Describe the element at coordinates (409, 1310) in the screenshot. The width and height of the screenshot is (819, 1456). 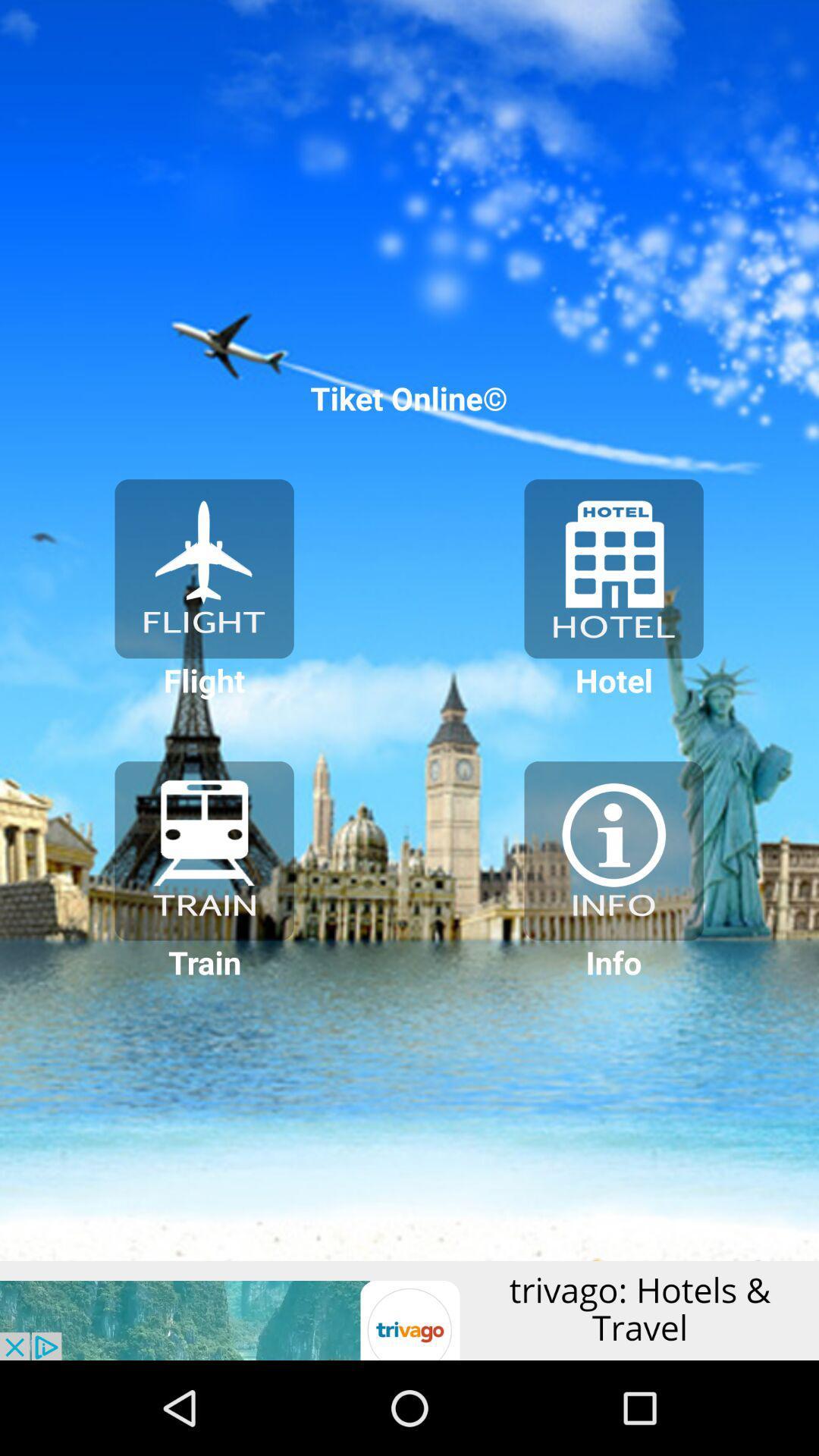
I see `advertisement` at that location.